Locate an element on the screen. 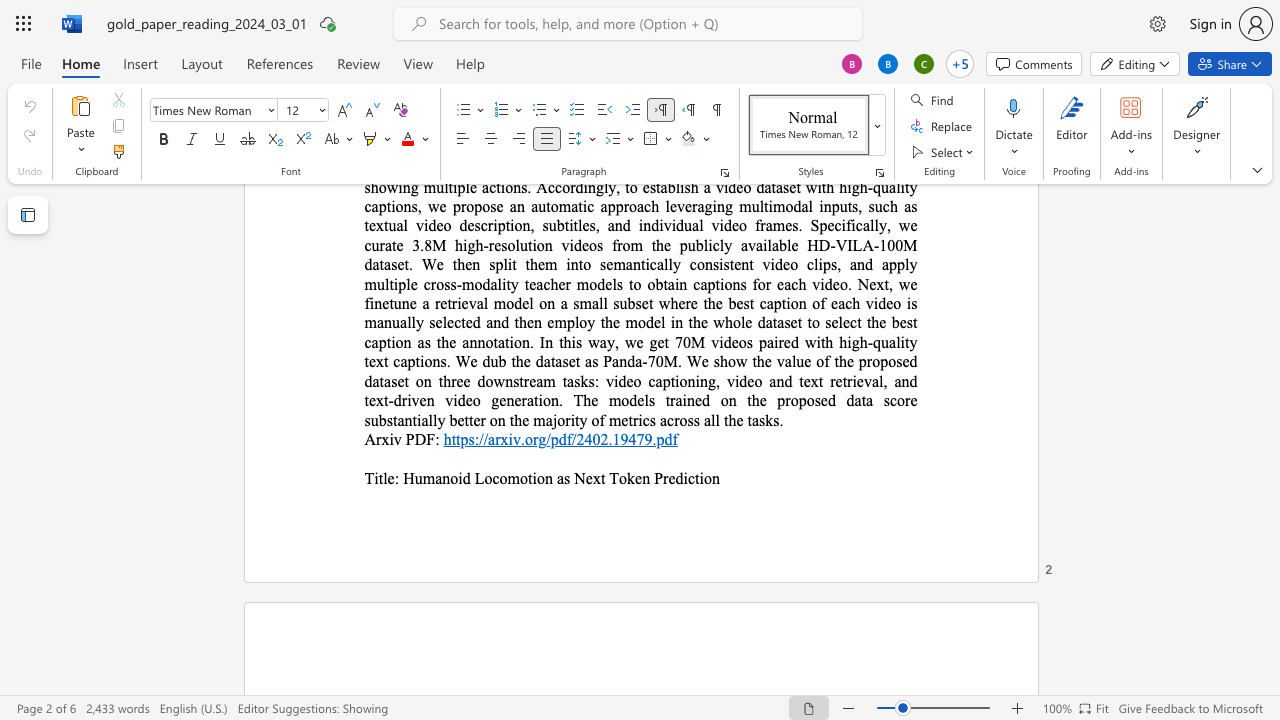  the space between the continuous character "r" and "x" in the text is located at coordinates (501, 438).